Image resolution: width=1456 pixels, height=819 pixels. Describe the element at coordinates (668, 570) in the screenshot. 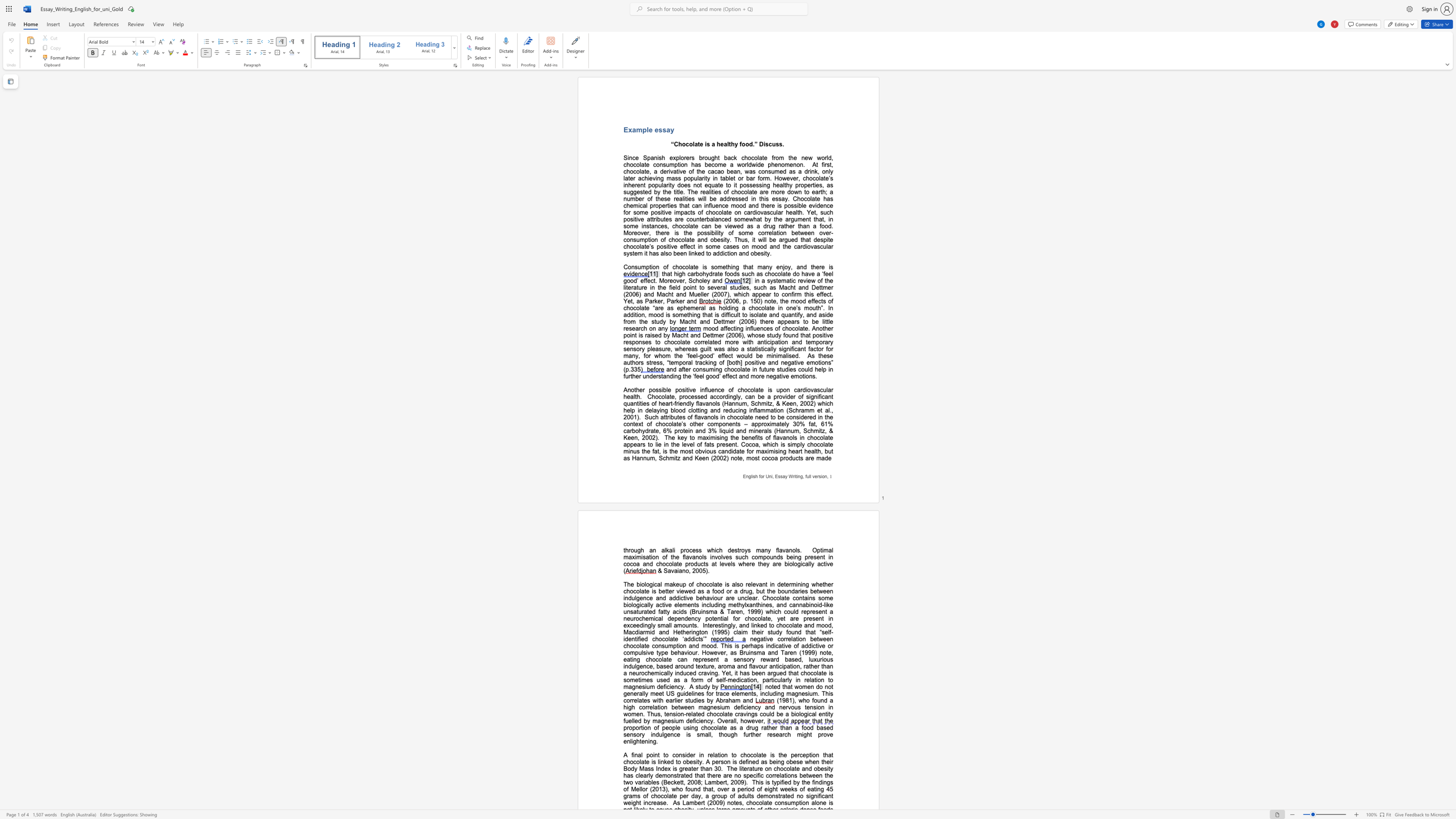

I see `the subset text "avaiano," within the text "& Savaiano, 2005)."` at that location.